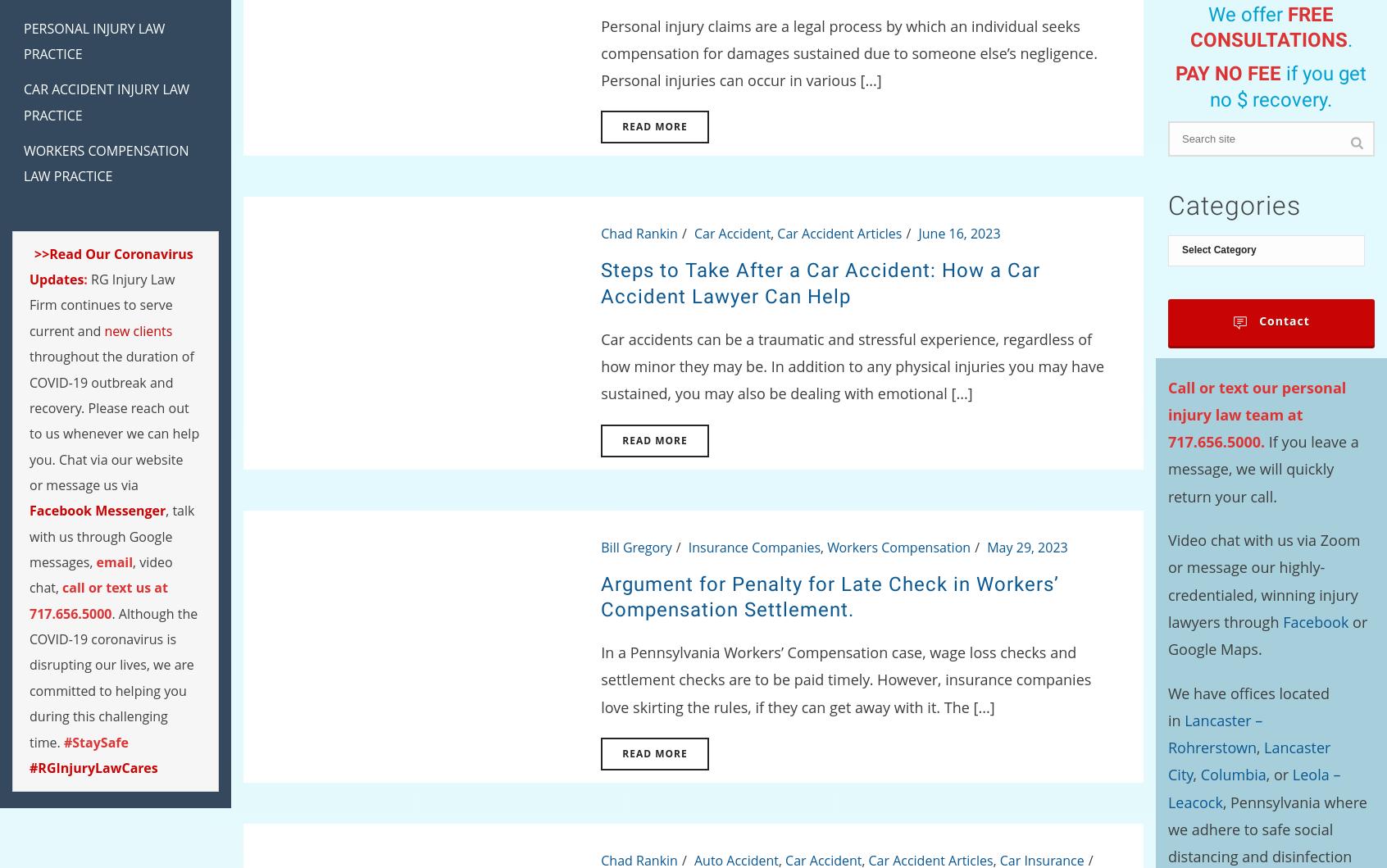 The image size is (1387, 868). I want to click on 'We have offices located in', so click(1248, 706).